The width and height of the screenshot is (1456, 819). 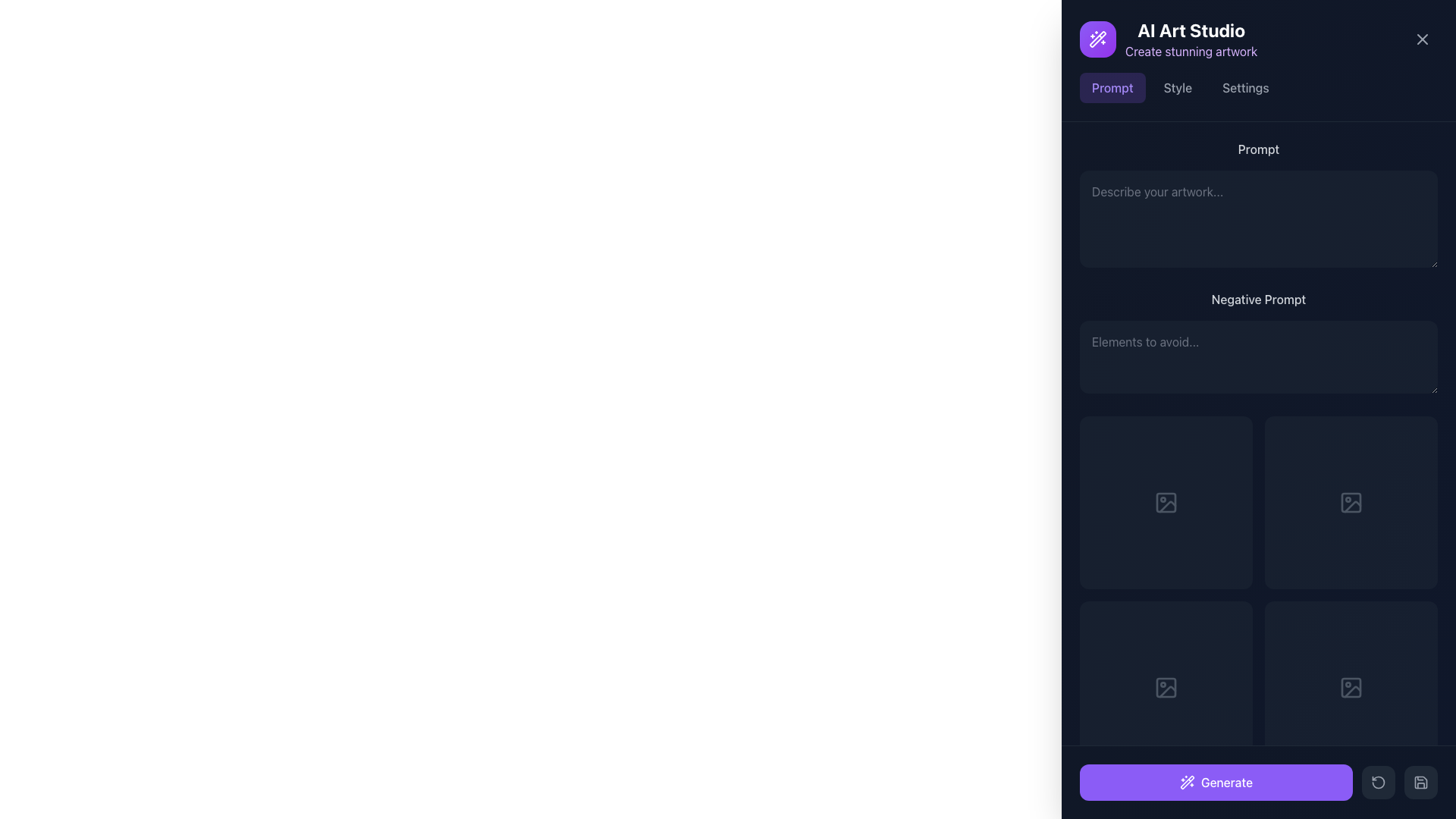 I want to click on the static text label that describes or categorizes the section for artwork descriptions, located above the text input area with the placeholder 'Describe your artwork...', so click(x=1259, y=149).